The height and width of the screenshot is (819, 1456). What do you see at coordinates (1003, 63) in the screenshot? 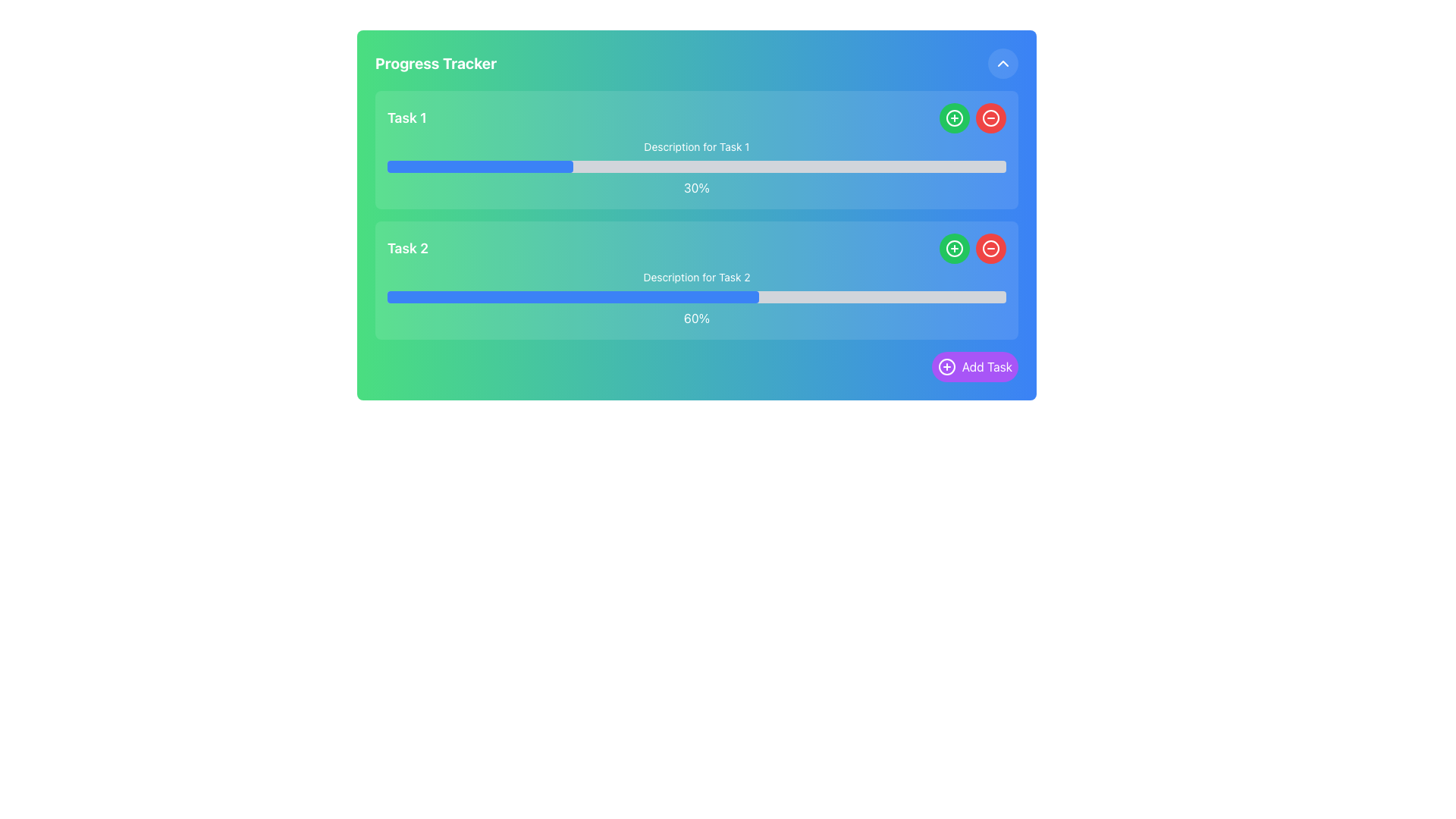
I see `the button located at the top-right corner of the main card, which has a circular icon with a white background and a chevron` at bounding box center [1003, 63].